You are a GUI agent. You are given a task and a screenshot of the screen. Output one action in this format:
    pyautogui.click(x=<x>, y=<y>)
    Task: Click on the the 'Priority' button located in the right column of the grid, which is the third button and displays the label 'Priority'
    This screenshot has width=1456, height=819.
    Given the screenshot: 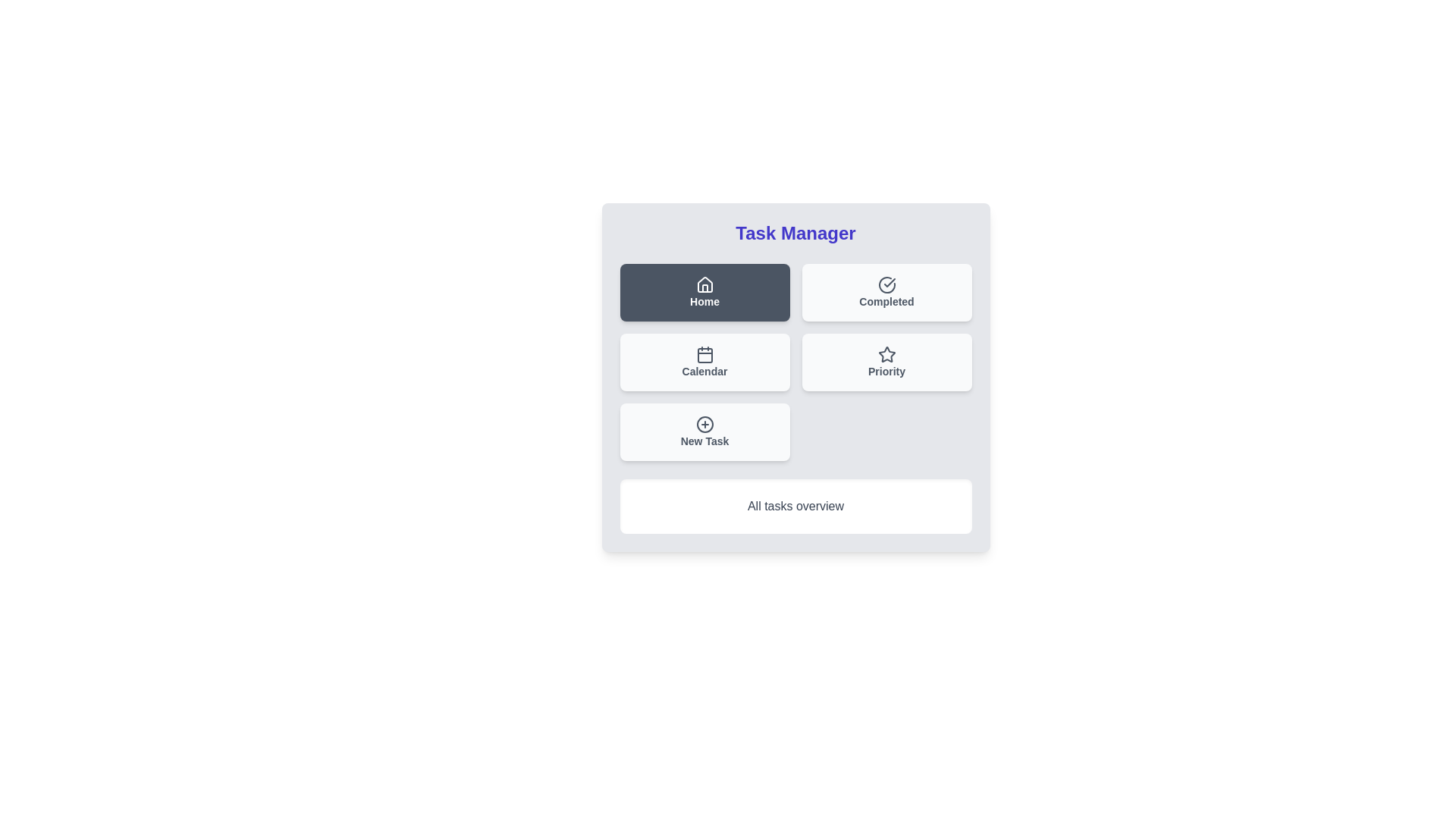 What is the action you would take?
    pyautogui.click(x=886, y=371)
    